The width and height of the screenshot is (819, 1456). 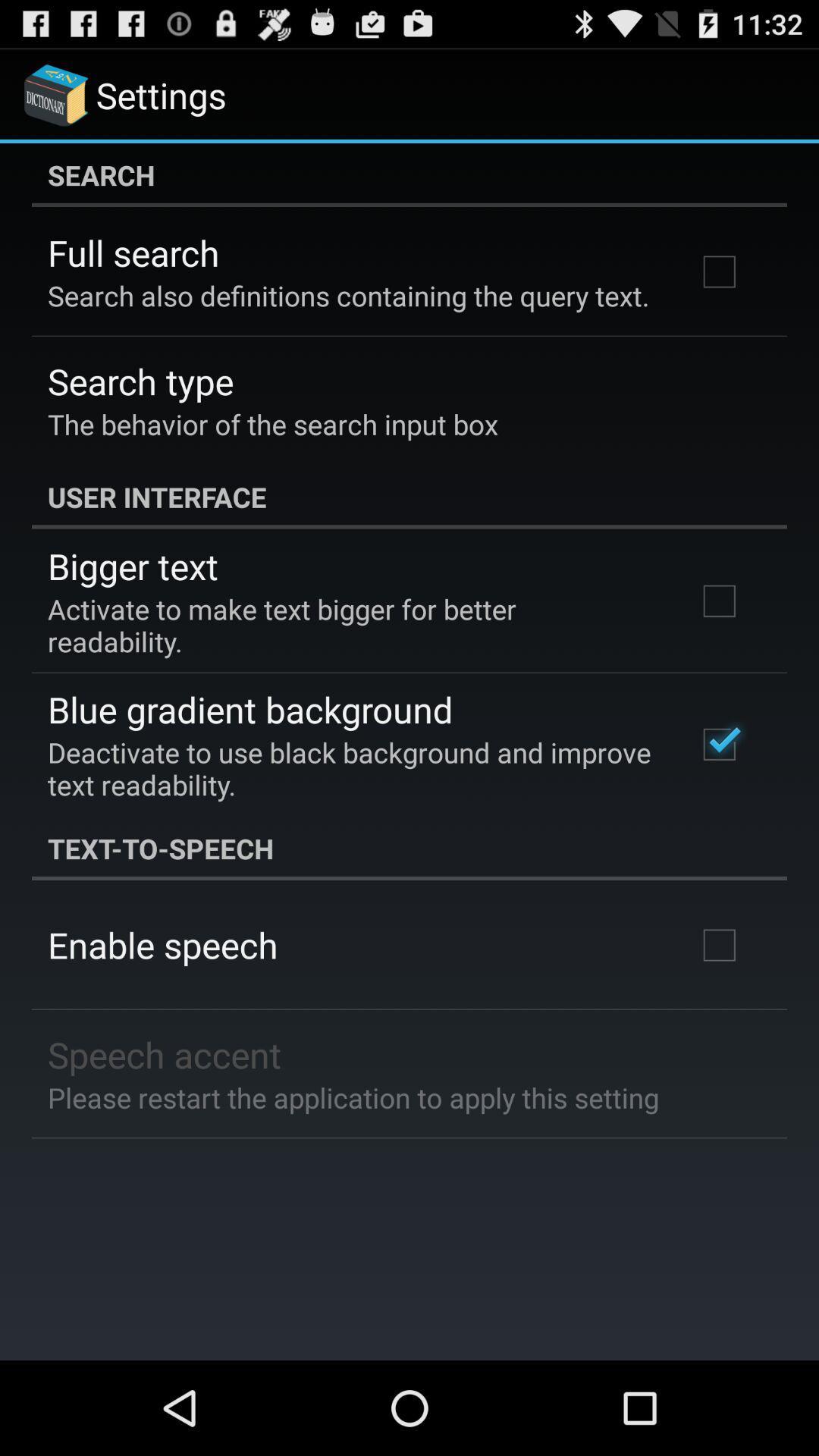 What do you see at coordinates (348, 295) in the screenshot?
I see `the search also definitions icon` at bounding box center [348, 295].